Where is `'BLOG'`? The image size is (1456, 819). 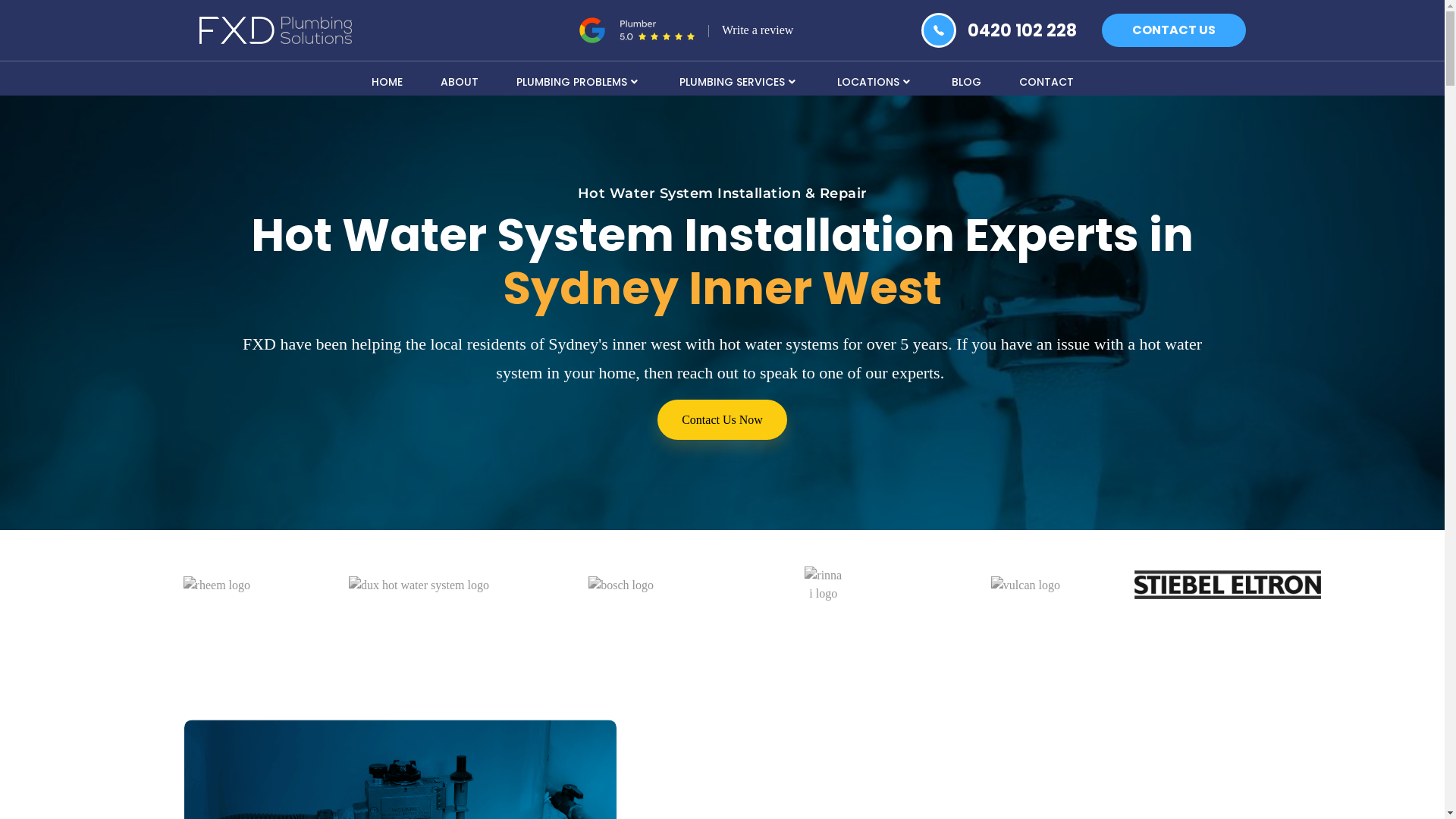
'BLOG' is located at coordinates (931, 80).